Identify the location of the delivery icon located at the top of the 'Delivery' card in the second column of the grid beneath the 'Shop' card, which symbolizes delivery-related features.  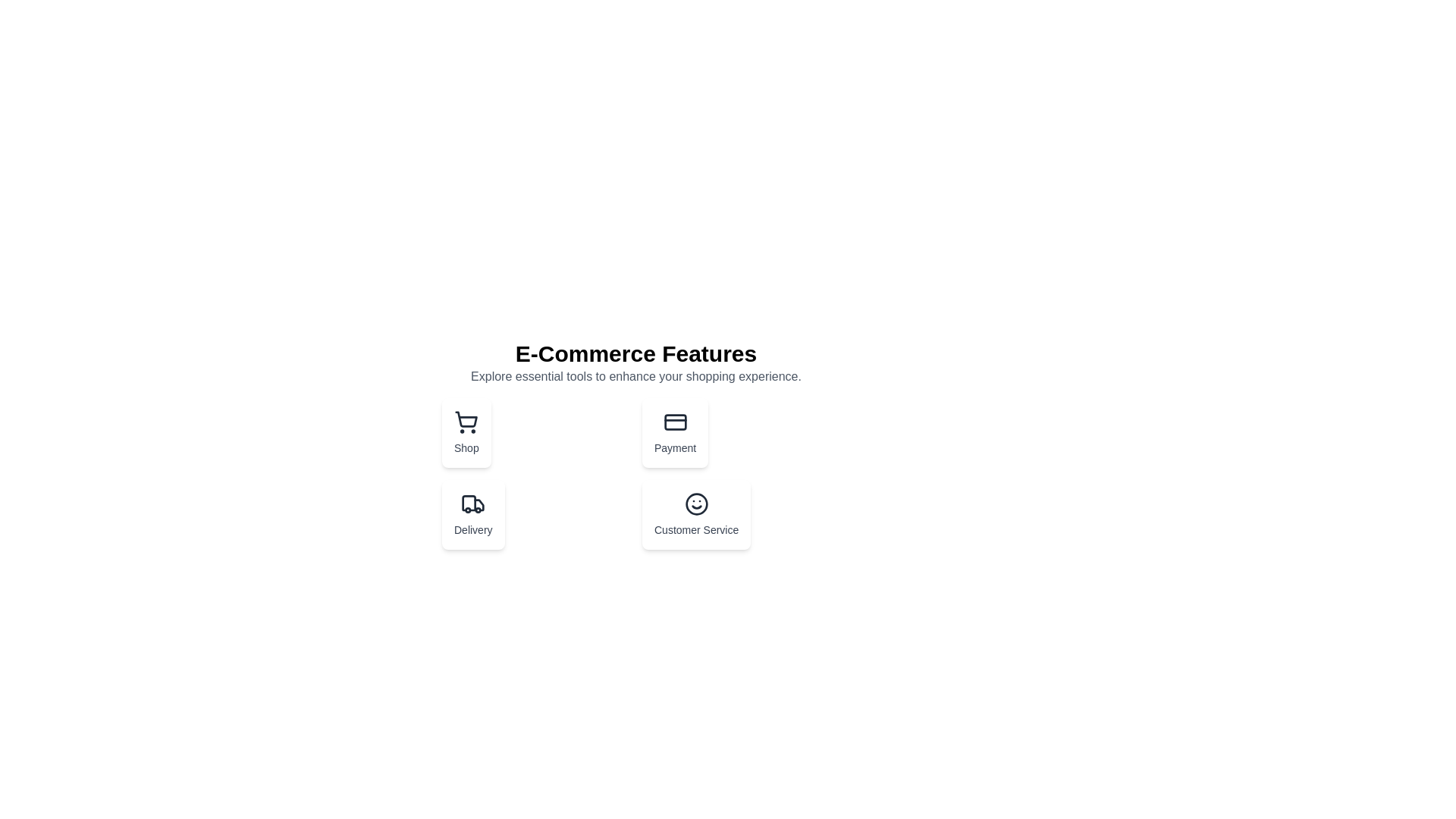
(472, 504).